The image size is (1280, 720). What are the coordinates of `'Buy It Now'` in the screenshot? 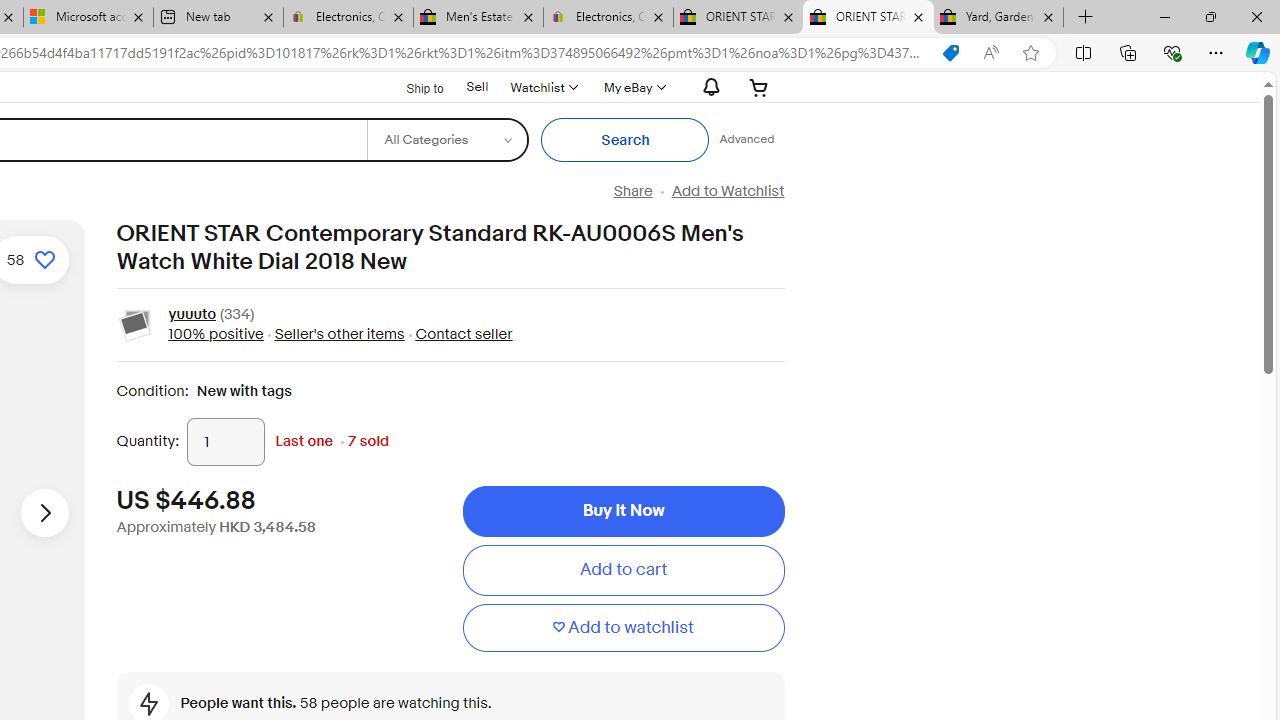 It's located at (622, 510).